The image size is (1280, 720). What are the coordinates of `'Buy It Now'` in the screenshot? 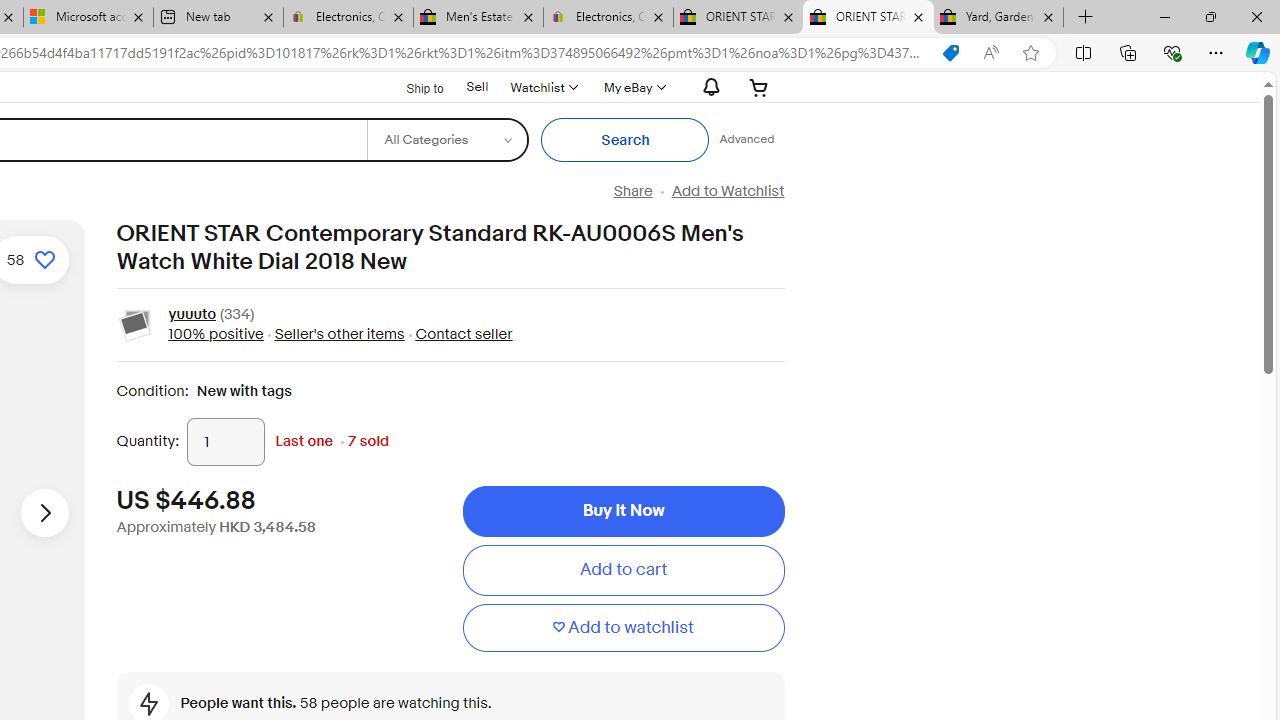 It's located at (622, 510).